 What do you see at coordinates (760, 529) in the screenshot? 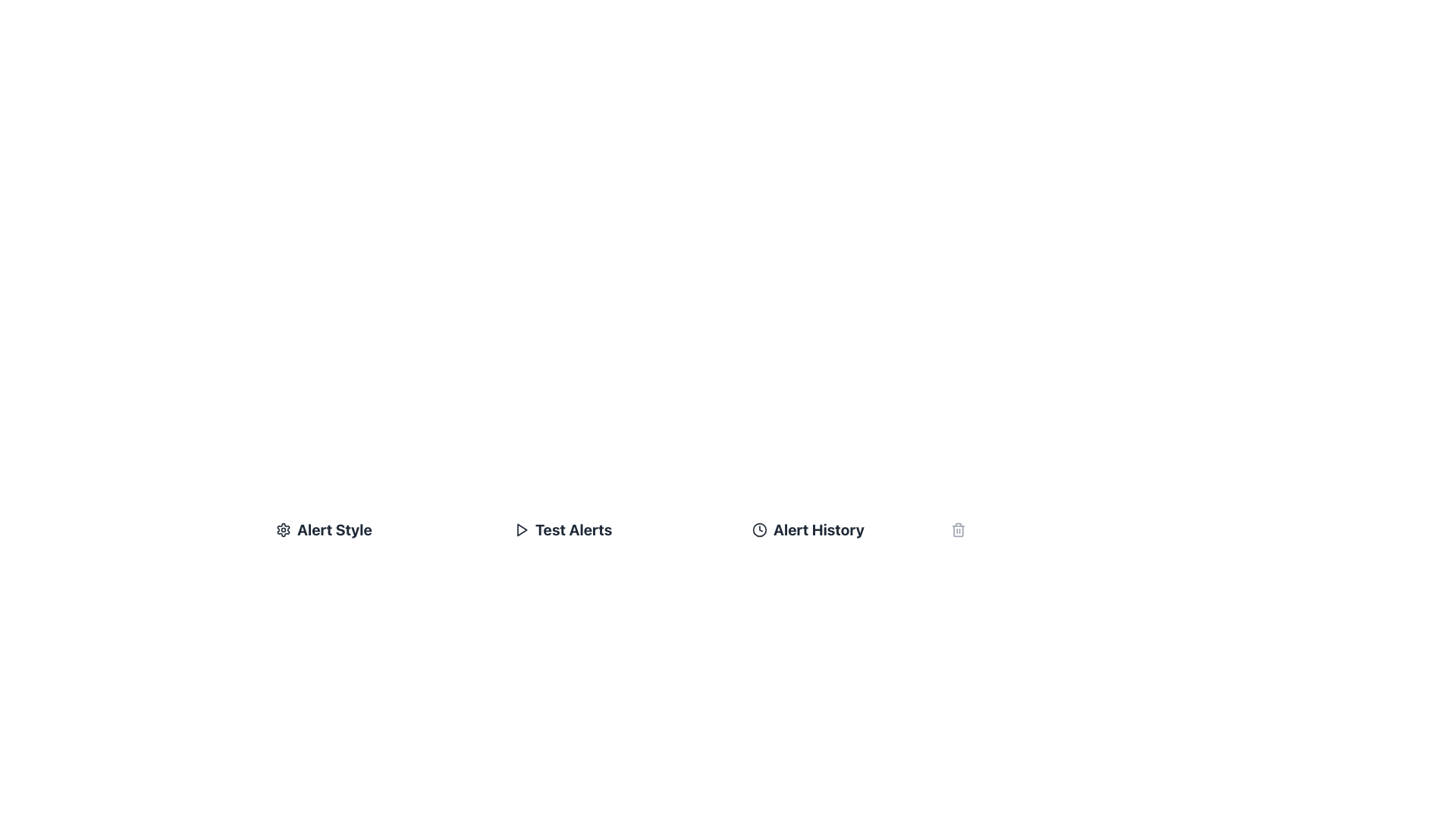
I see `the circular graphical element that is part of the clock-like icon, located at the center of the 'Alert History' text label` at bounding box center [760, 529].